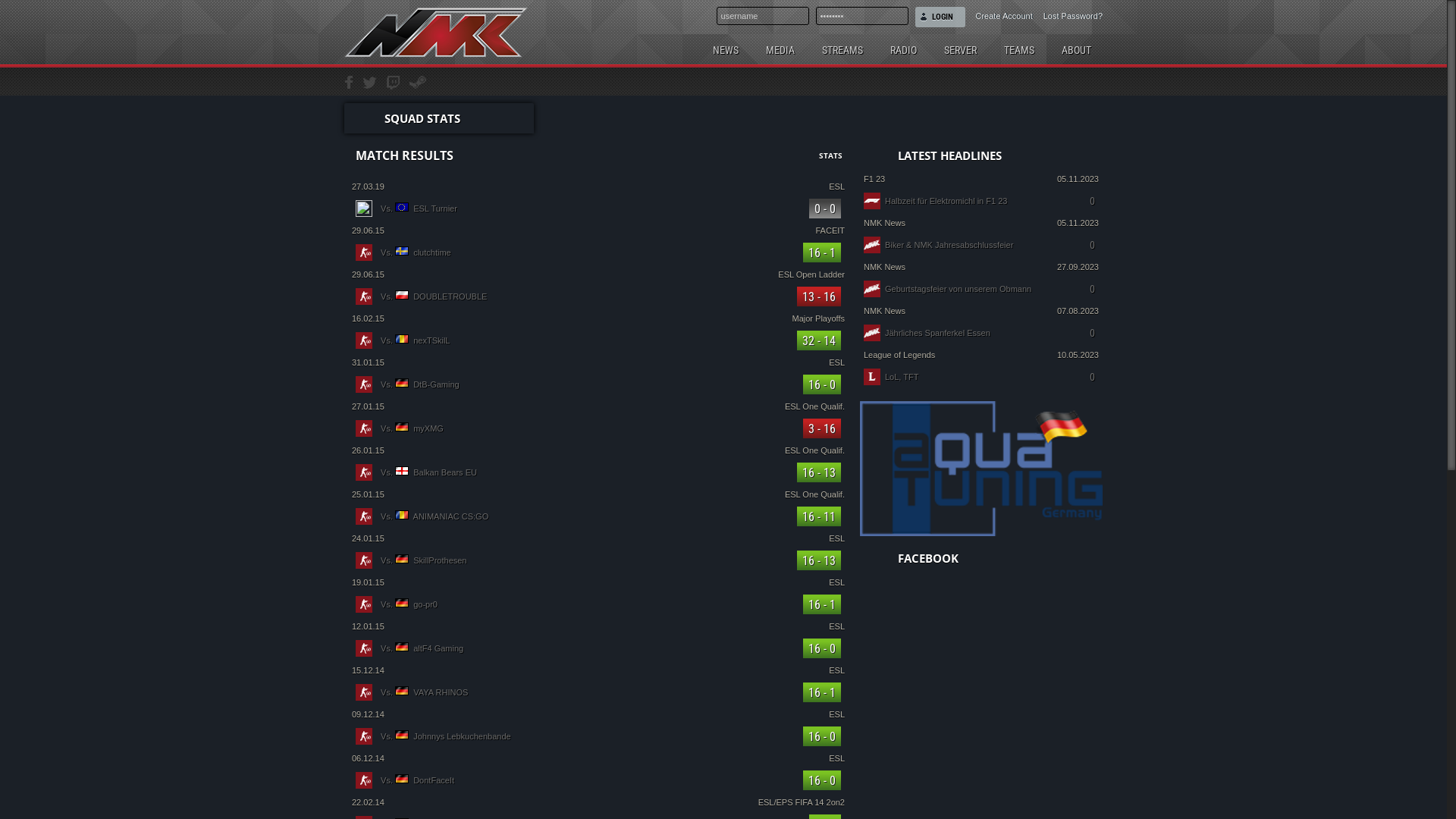 The height and width of the screenshot is (819, 1456). I want to click on 'LoL, TFT', so click(884, 376).